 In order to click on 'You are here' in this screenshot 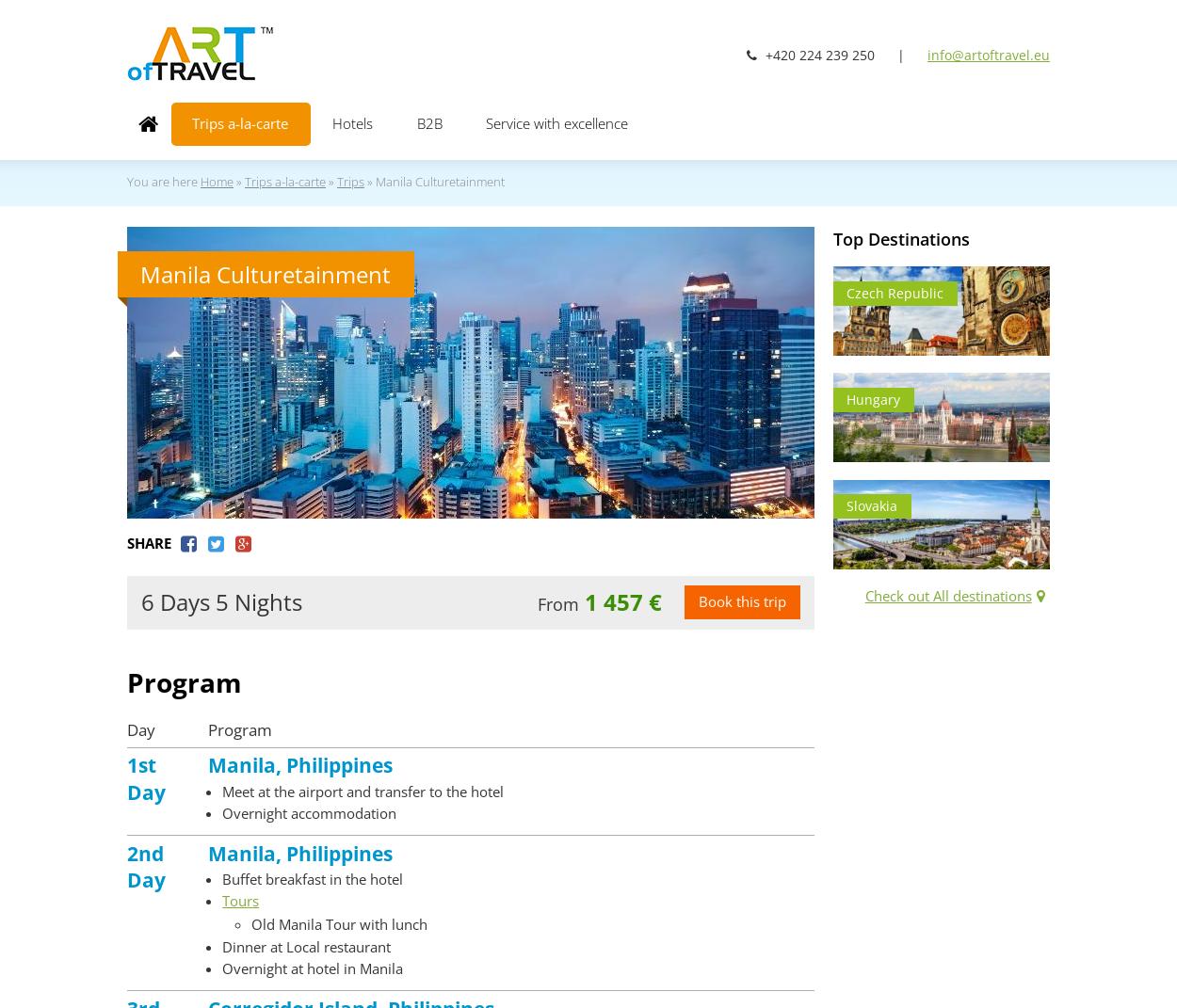, I will do `click(164, 181)`.